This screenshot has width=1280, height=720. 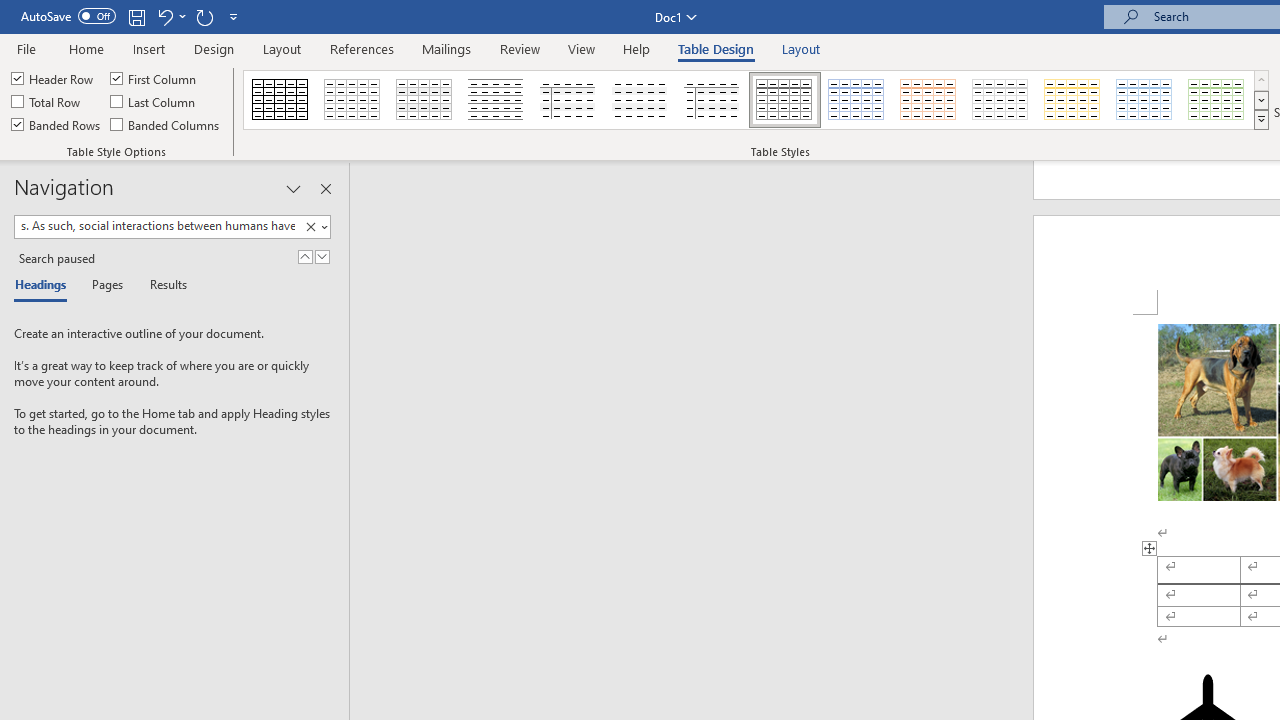 I want to click on 'Plain Table 5', so click(x=712, y=100).